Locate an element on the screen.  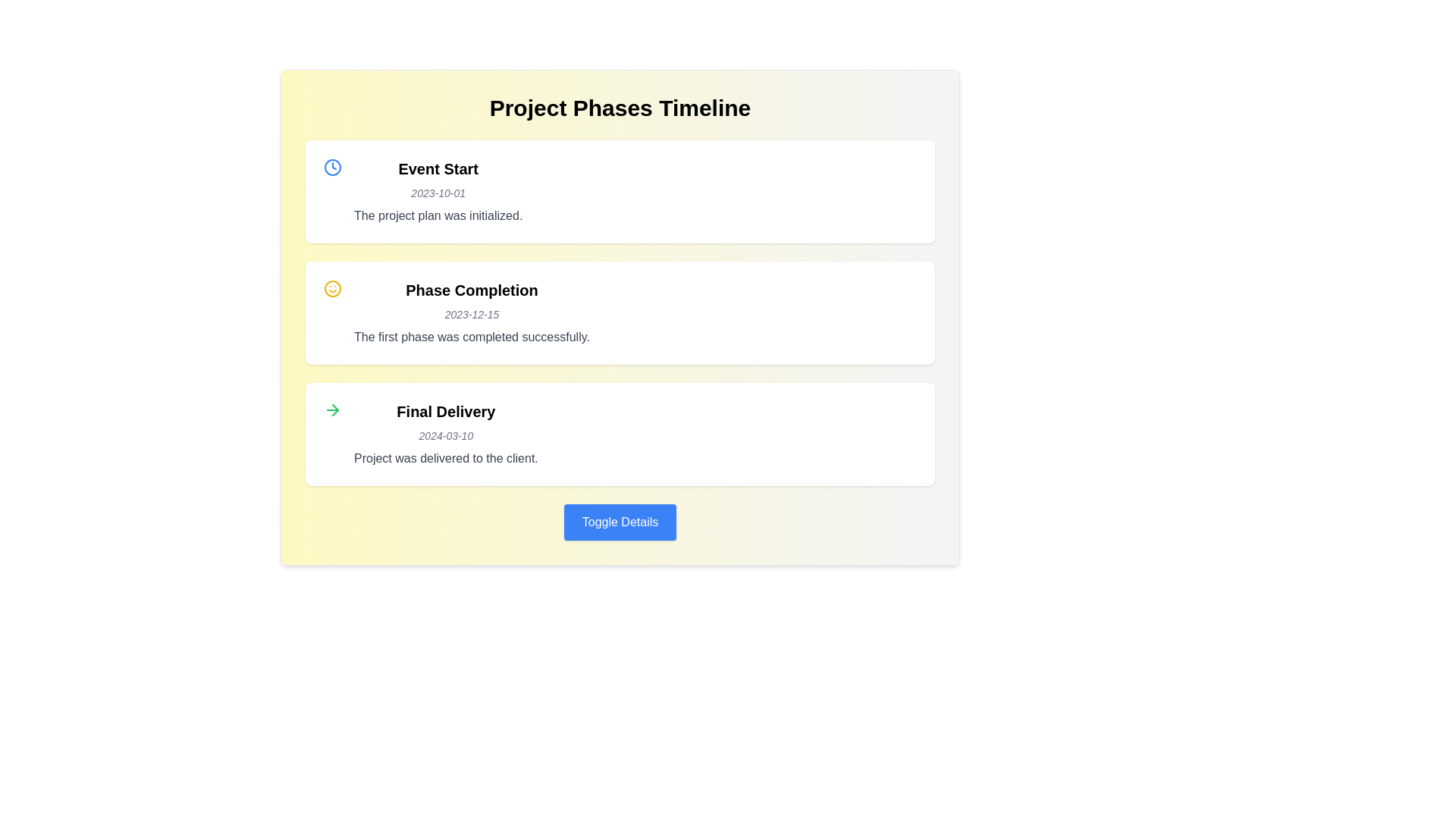
descriptive note related to the 'Final Delivery' milestone, which is the third text element under the 'Final Delivery' title and the date '2024-03-10' is located at coordinates (445, 458).